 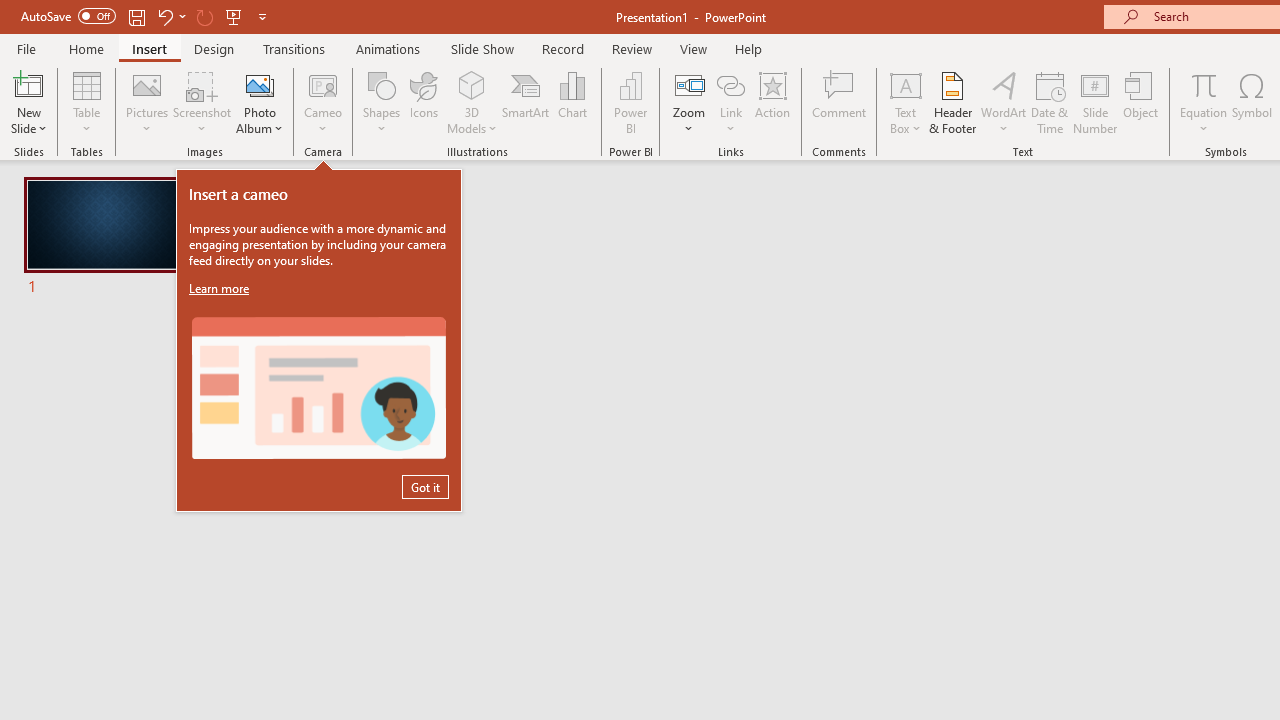 What do you see at coordinates (730, 103) in the screenshot?
I see `'Link'` at bounding box center [730, 103].